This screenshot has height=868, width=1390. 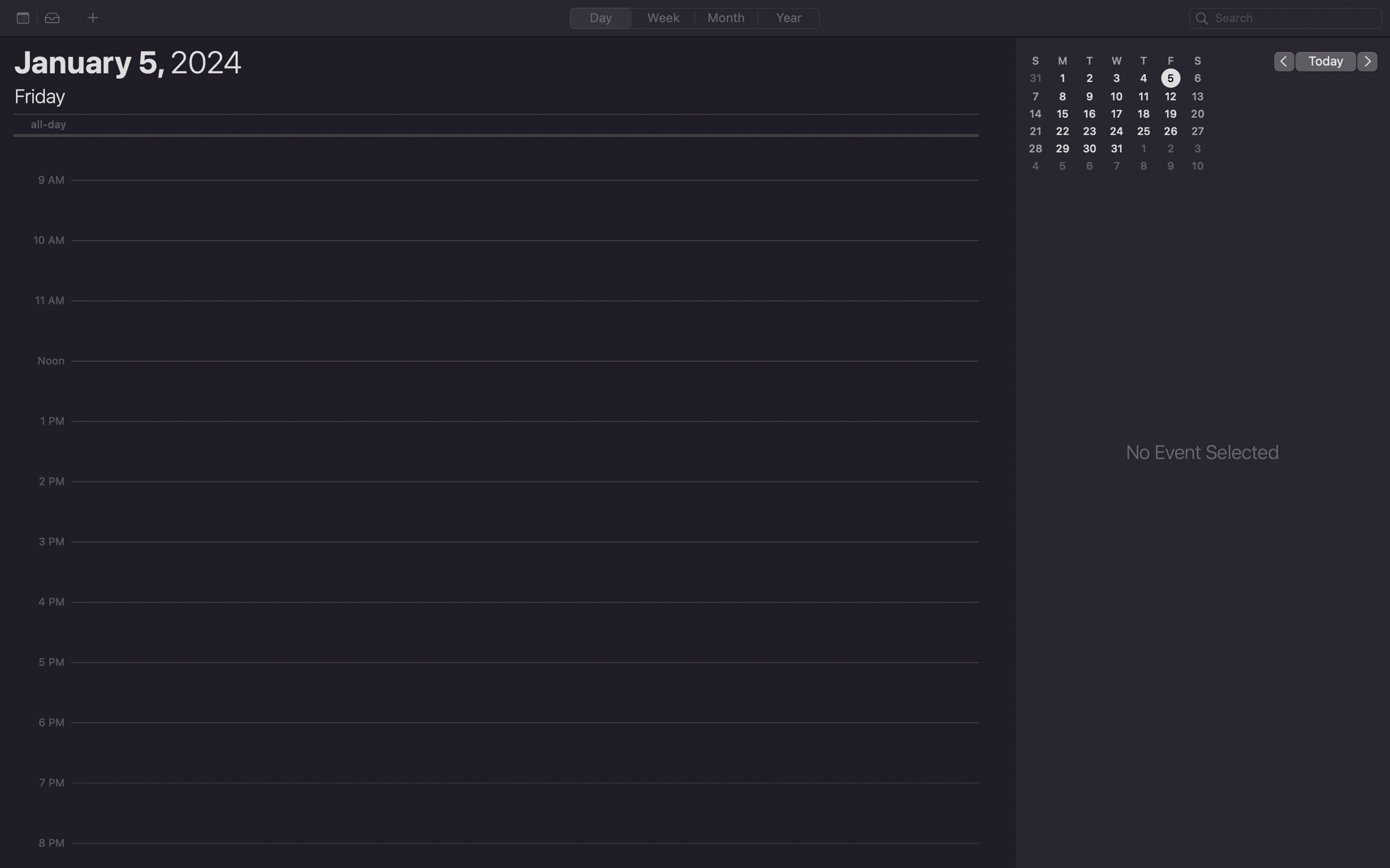 What do you see at coordinates (1142, 79) in the screenshot?
I see `the number four on the display` at bounding box center [1142, 79].